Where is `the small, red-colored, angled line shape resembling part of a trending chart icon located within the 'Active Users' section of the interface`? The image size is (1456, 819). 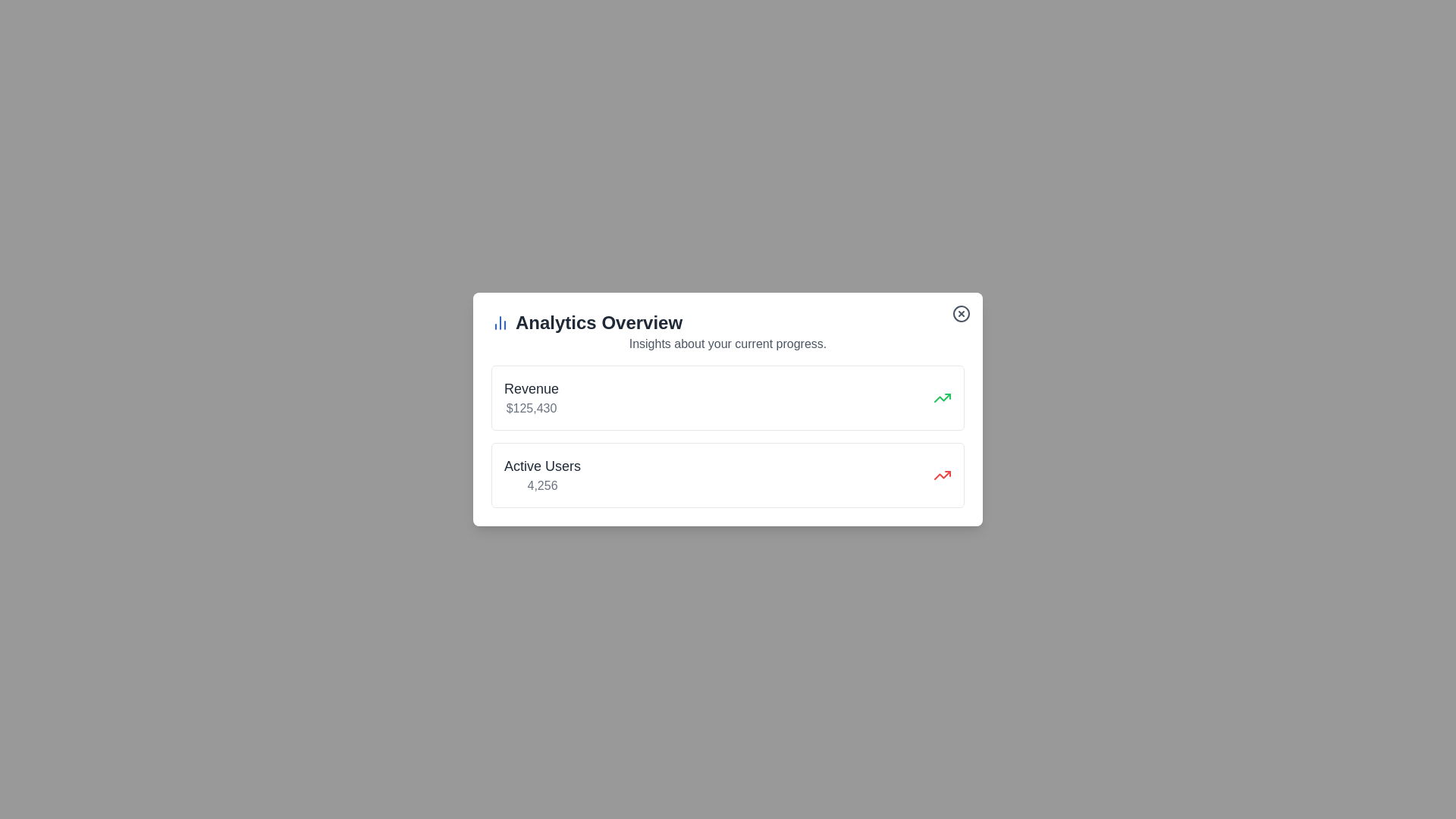 the small, red-colored, angled line shape resembling part of a trending chart icon located within the 'Active Users' section of the interface is located at coordinates (942, 475).